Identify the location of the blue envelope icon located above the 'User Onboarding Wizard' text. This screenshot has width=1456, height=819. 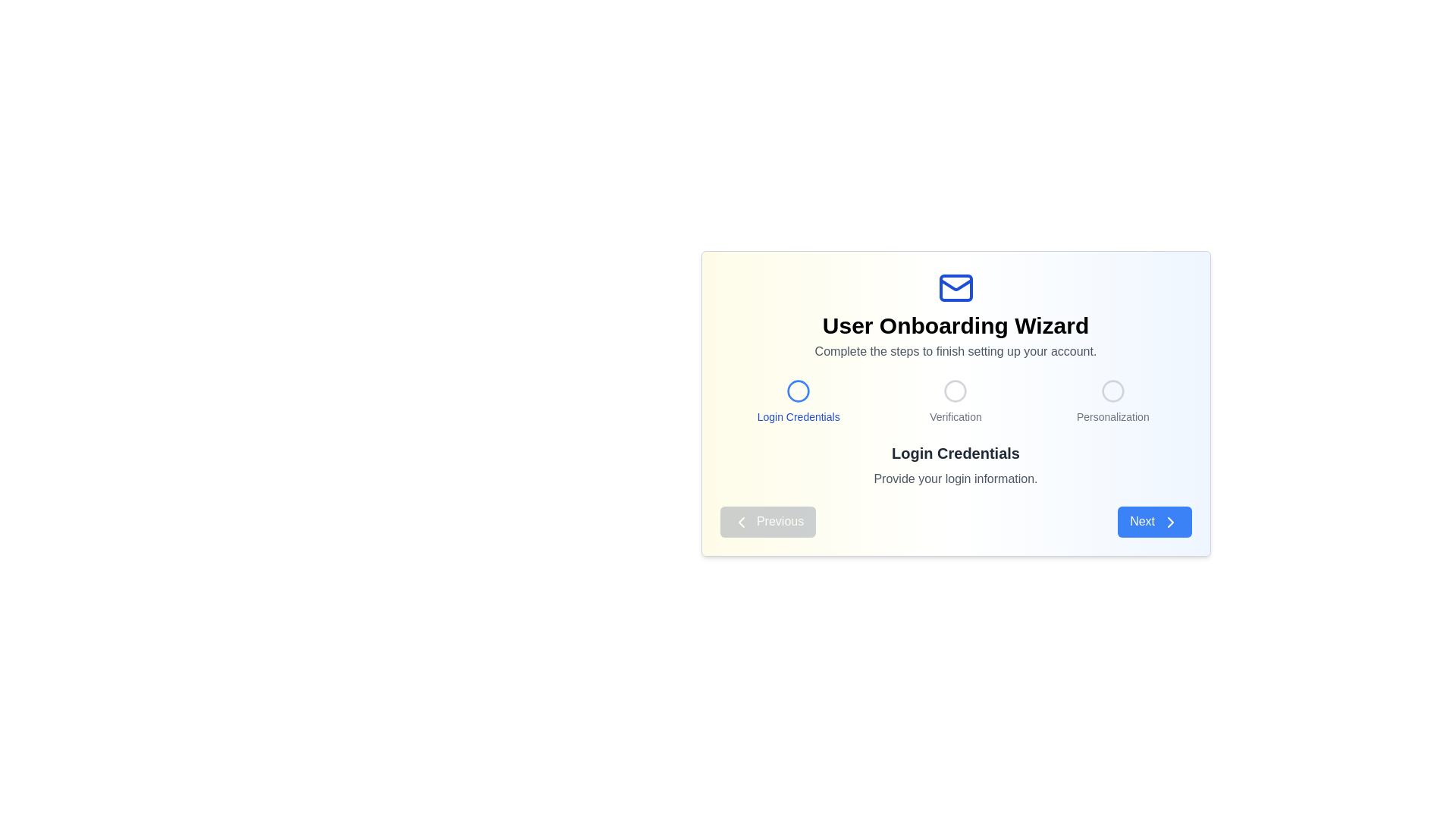
(955, 288).